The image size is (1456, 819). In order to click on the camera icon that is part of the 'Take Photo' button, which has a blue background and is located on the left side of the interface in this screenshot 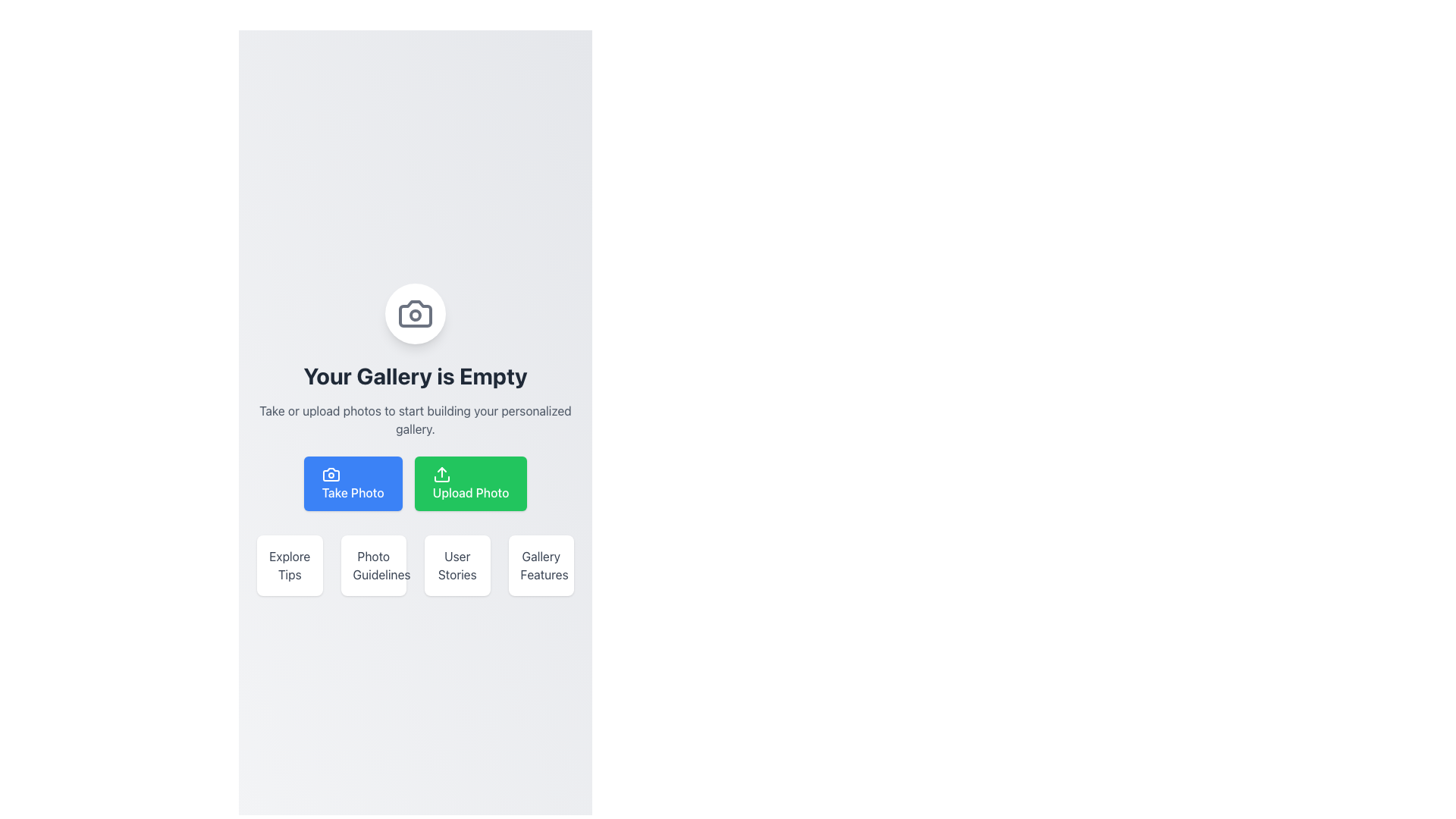, I will do `click(330, 473)`.